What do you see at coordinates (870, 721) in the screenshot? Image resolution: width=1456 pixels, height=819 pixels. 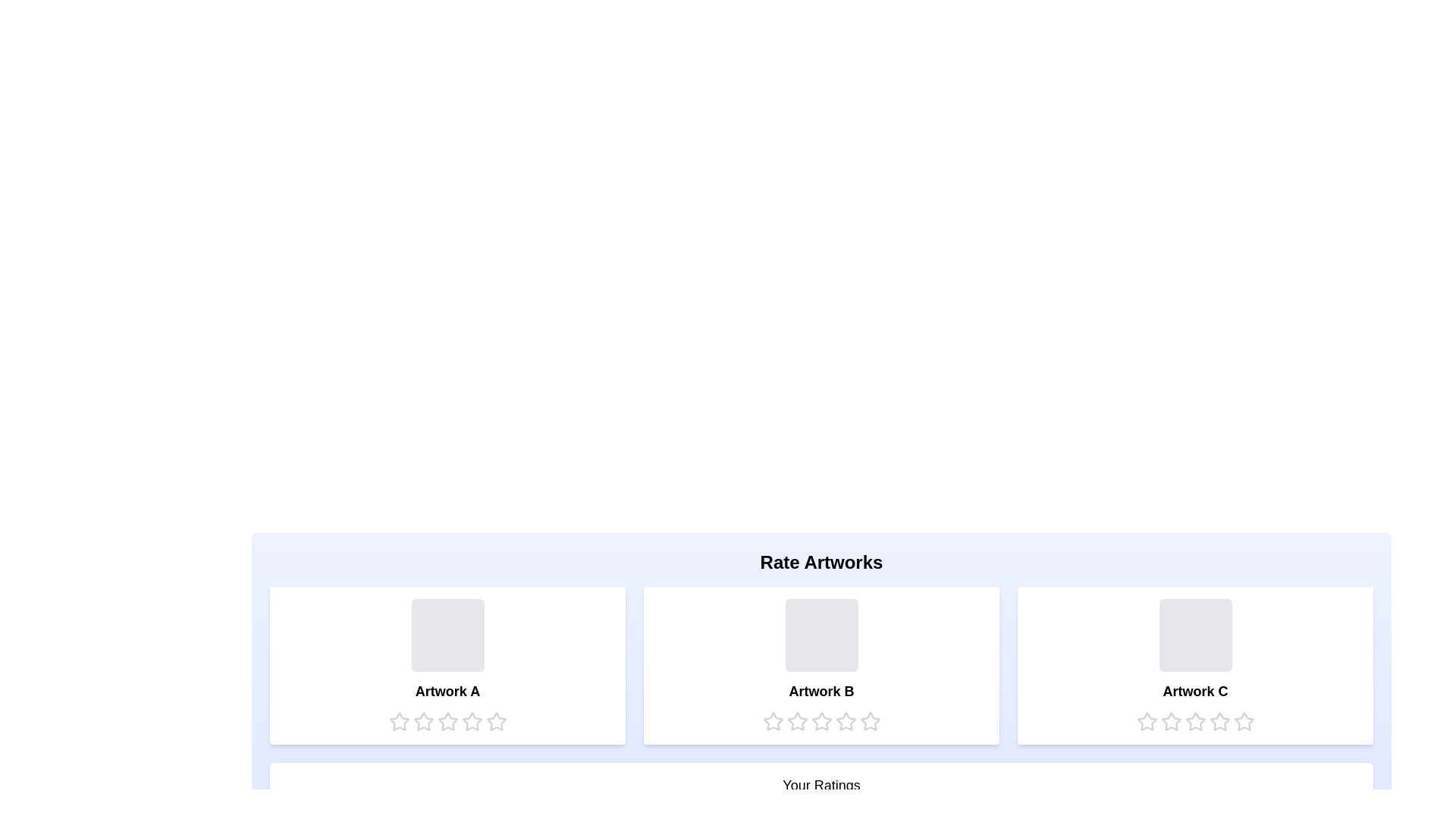 I see `the star corresponding to the rating 5 for the artwork Artwork B` at bounding box center [870, 721].